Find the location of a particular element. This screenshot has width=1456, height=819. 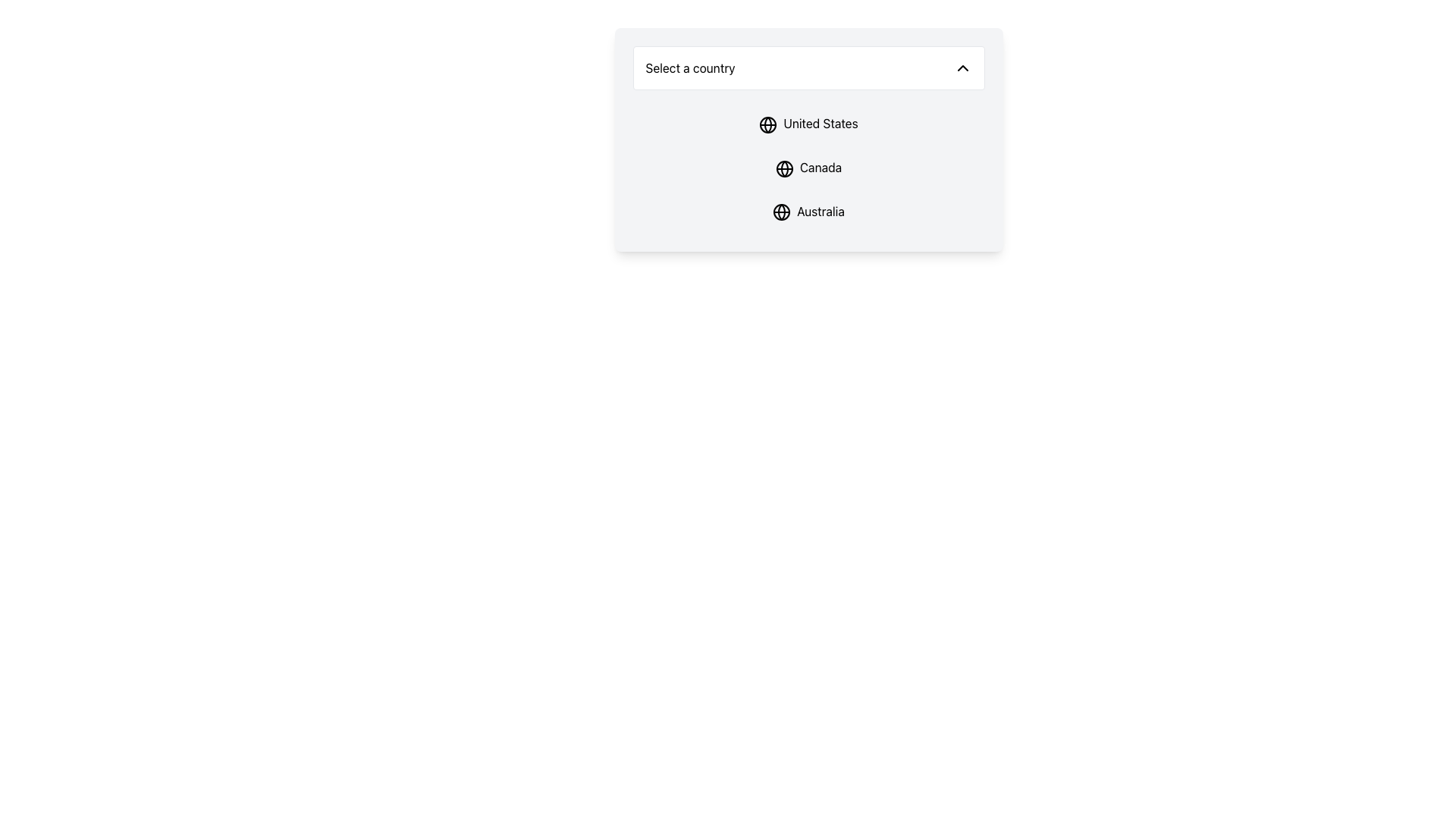

the first circle element in the SVG icon located next to the text 'Canada' in the dropdown menu is located at coordinates (784, 168).